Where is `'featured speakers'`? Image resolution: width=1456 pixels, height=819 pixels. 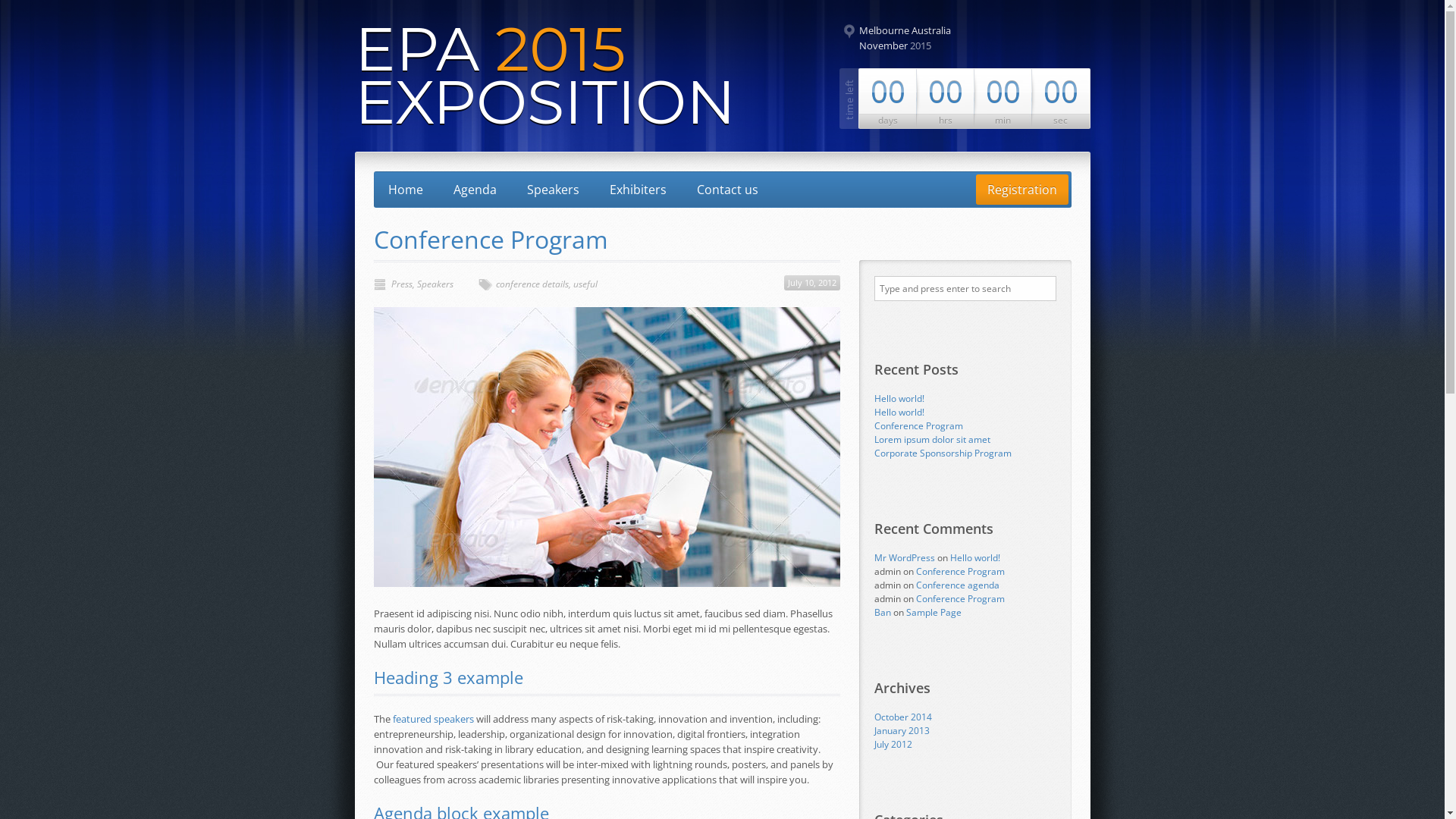
'featured speakers' is located at coordinates (393, 718).